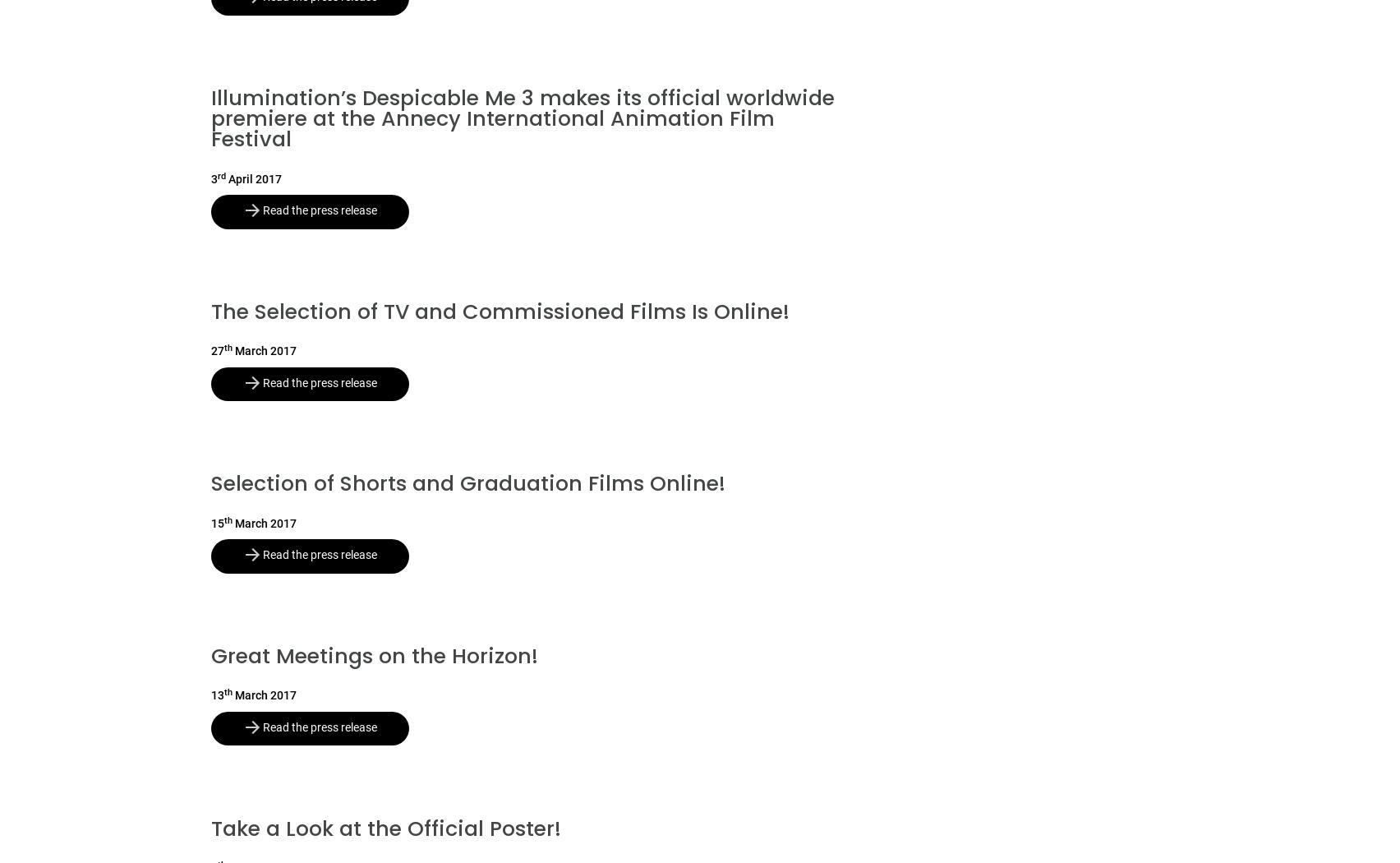 This screenshot has width=1400, height=863. I want to click on '27', so click(216, 350).